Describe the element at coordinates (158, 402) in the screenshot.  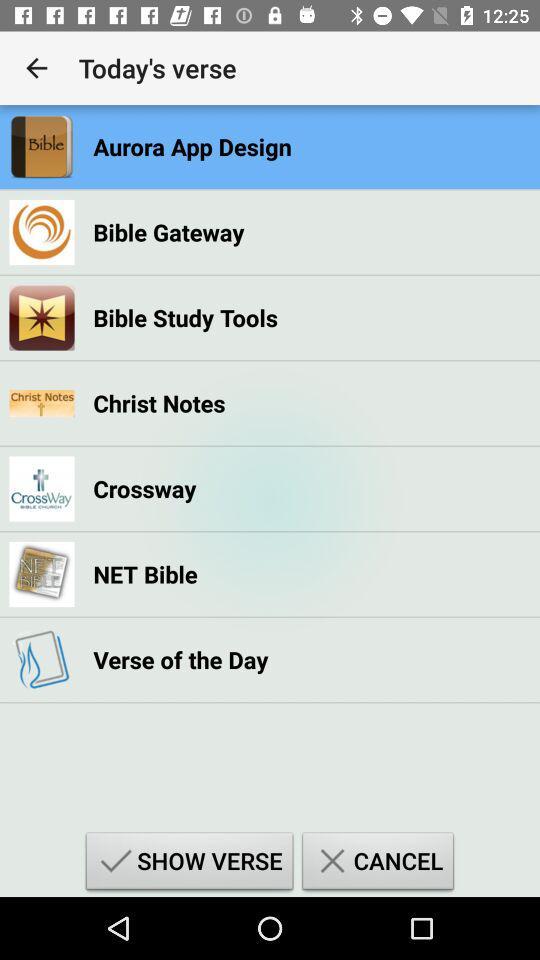
I see `the christ notes item` at that location.